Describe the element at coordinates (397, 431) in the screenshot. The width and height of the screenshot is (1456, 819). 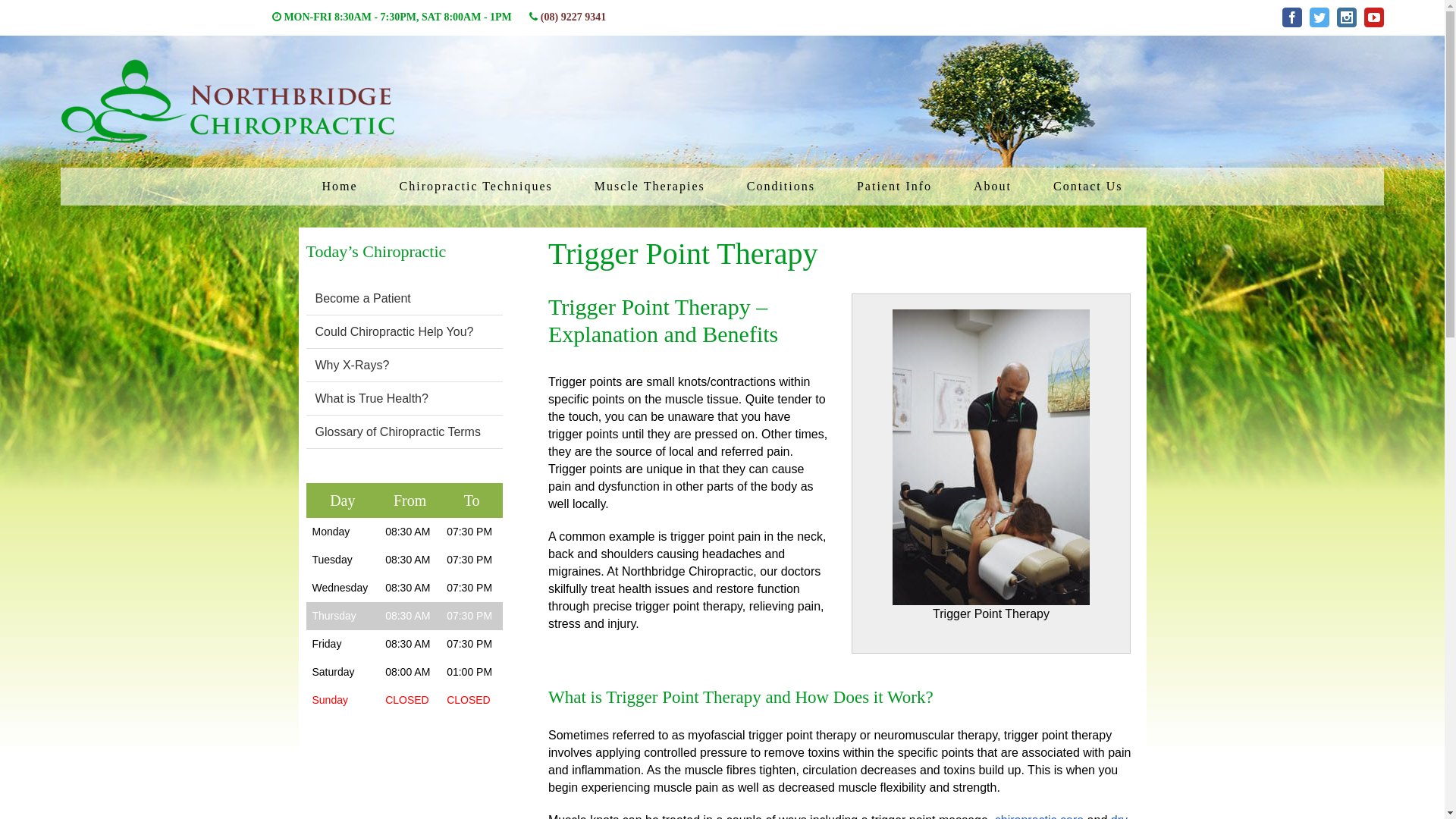
I see `'Glossary of Chiropractic Terms'` at that location.